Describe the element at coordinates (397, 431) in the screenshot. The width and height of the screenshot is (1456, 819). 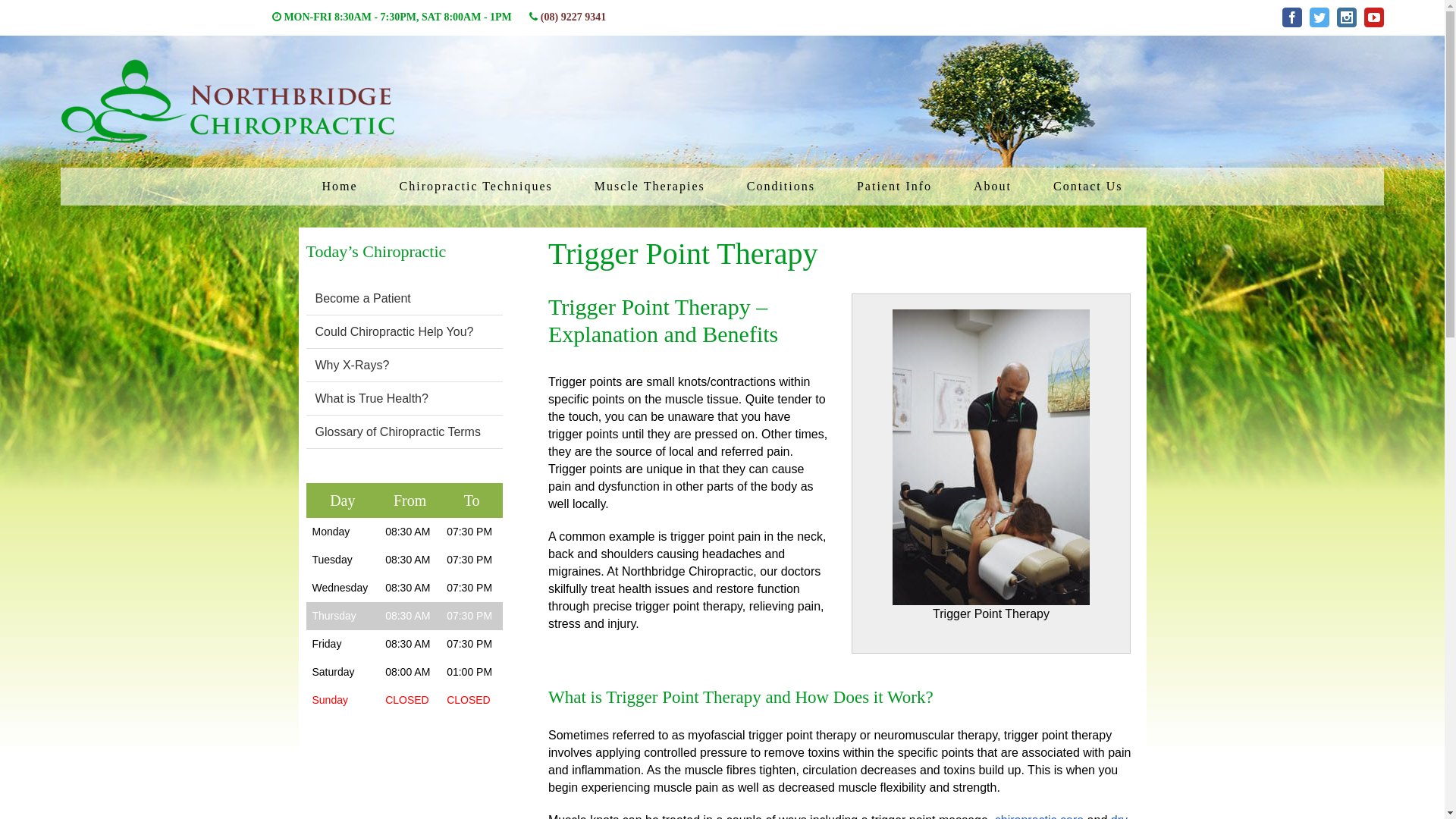
I see `'Glossary of Chiropractic Terms'` at that location.